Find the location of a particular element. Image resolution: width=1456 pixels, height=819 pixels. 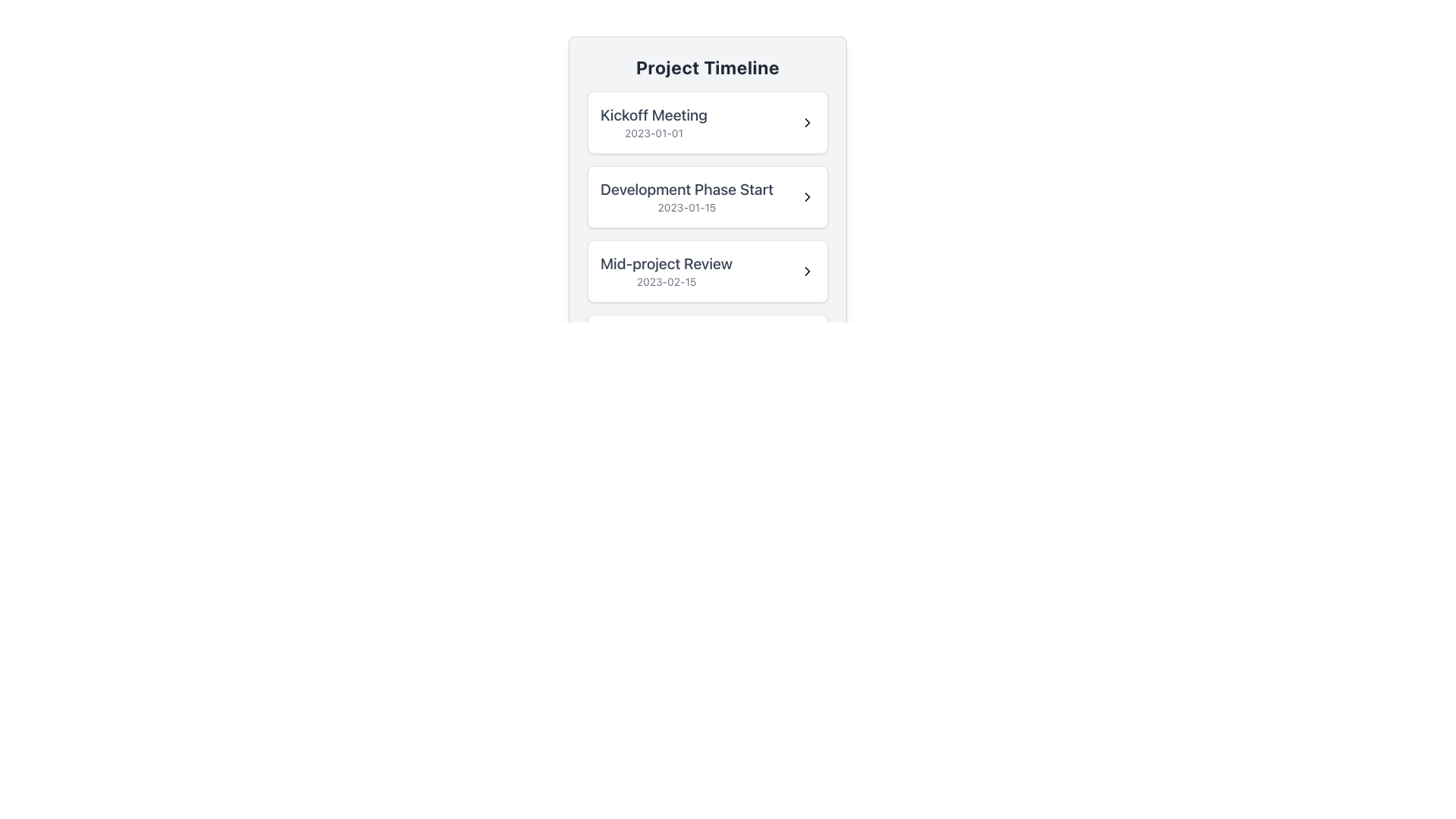

the timeline item labeled 'Development Phase Start' is located at coordinates (707, 196).